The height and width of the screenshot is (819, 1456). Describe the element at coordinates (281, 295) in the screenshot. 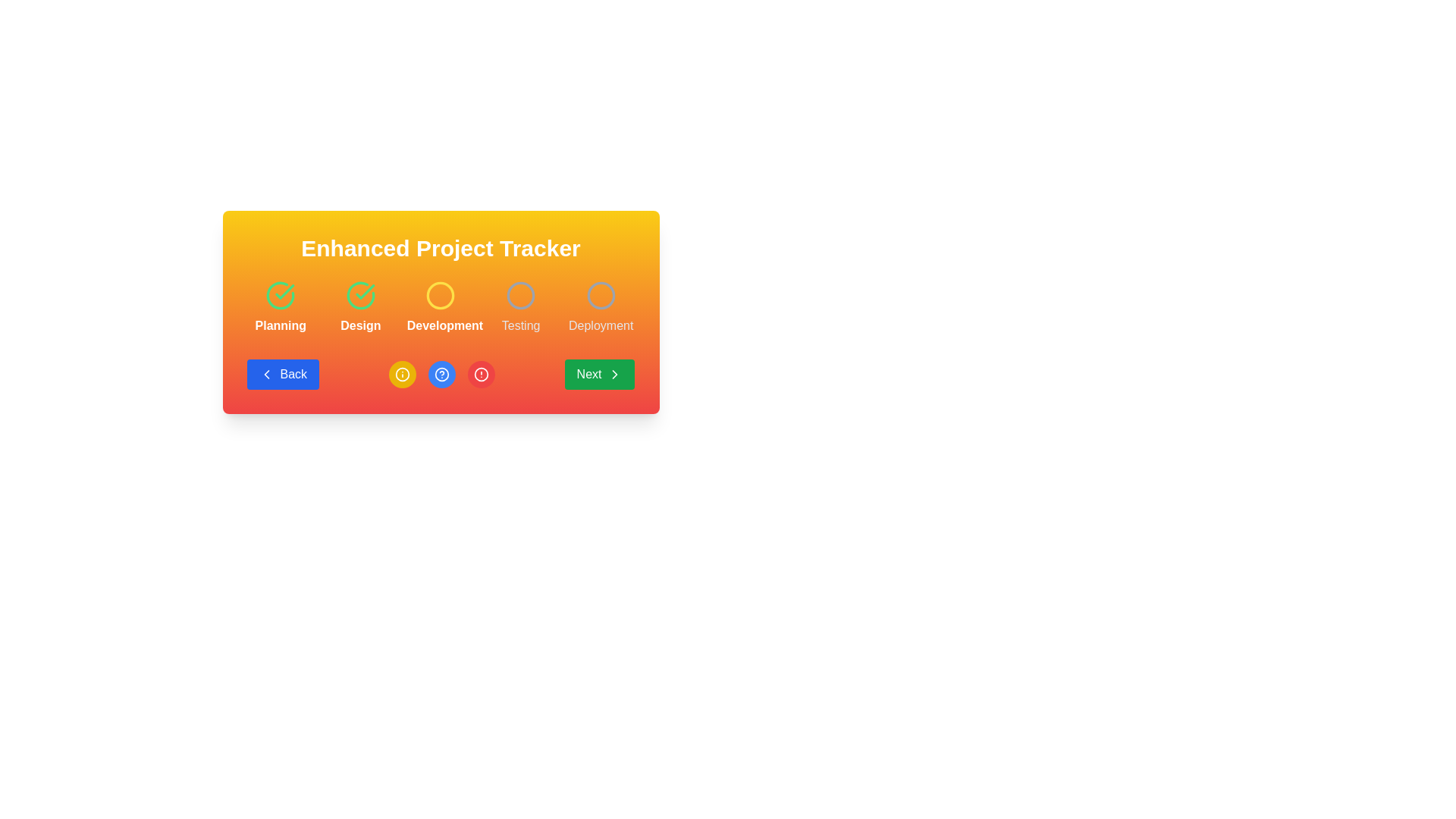

I see `the circular green checkmark icon positioned above the text 'Planning' and left of other icons in a horizontal layout` at that location.